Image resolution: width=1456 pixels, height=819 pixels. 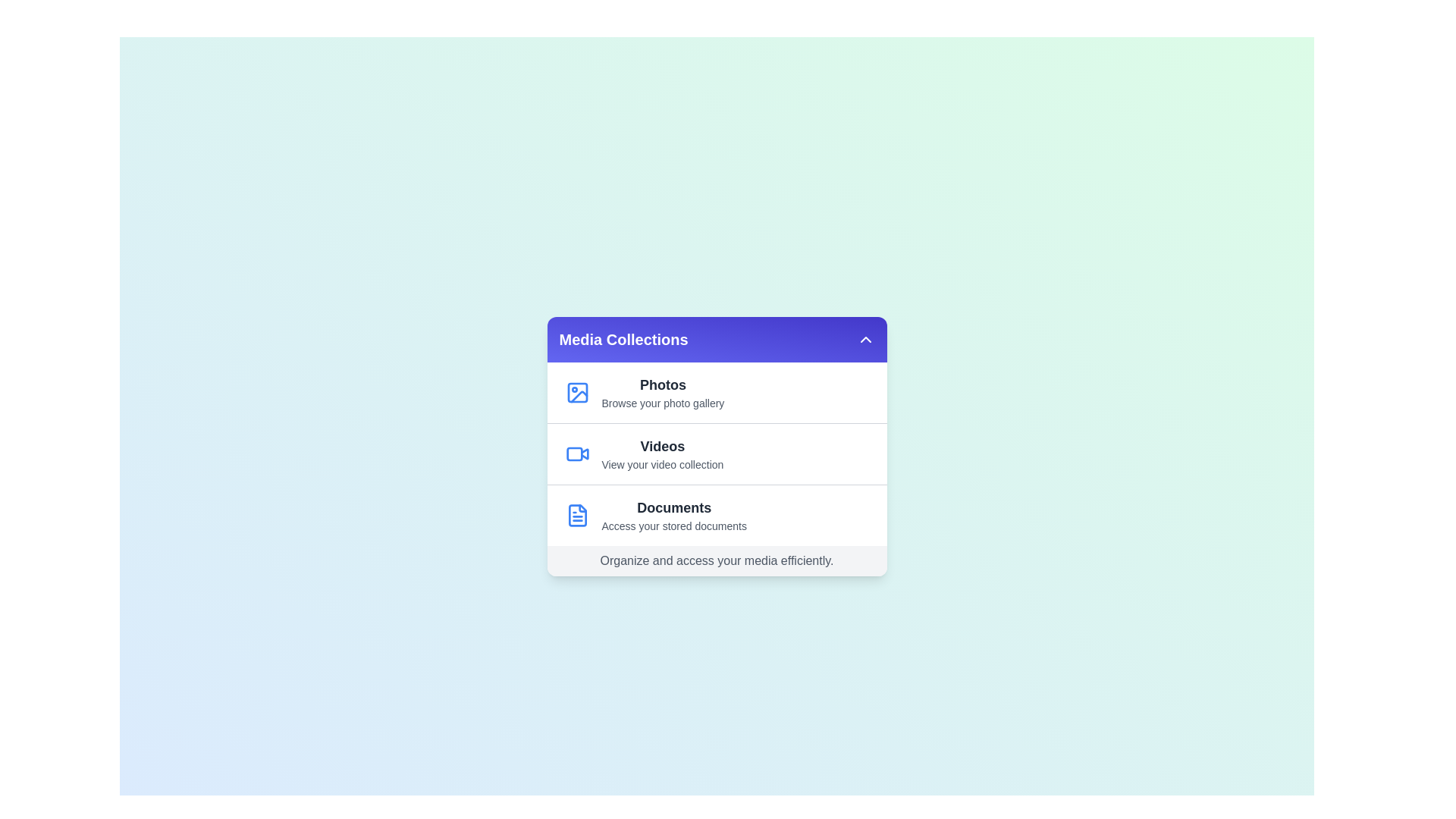 I want to click on the menu option Photos to observe its hover effect or tooltip, so click(x=716, y=391).